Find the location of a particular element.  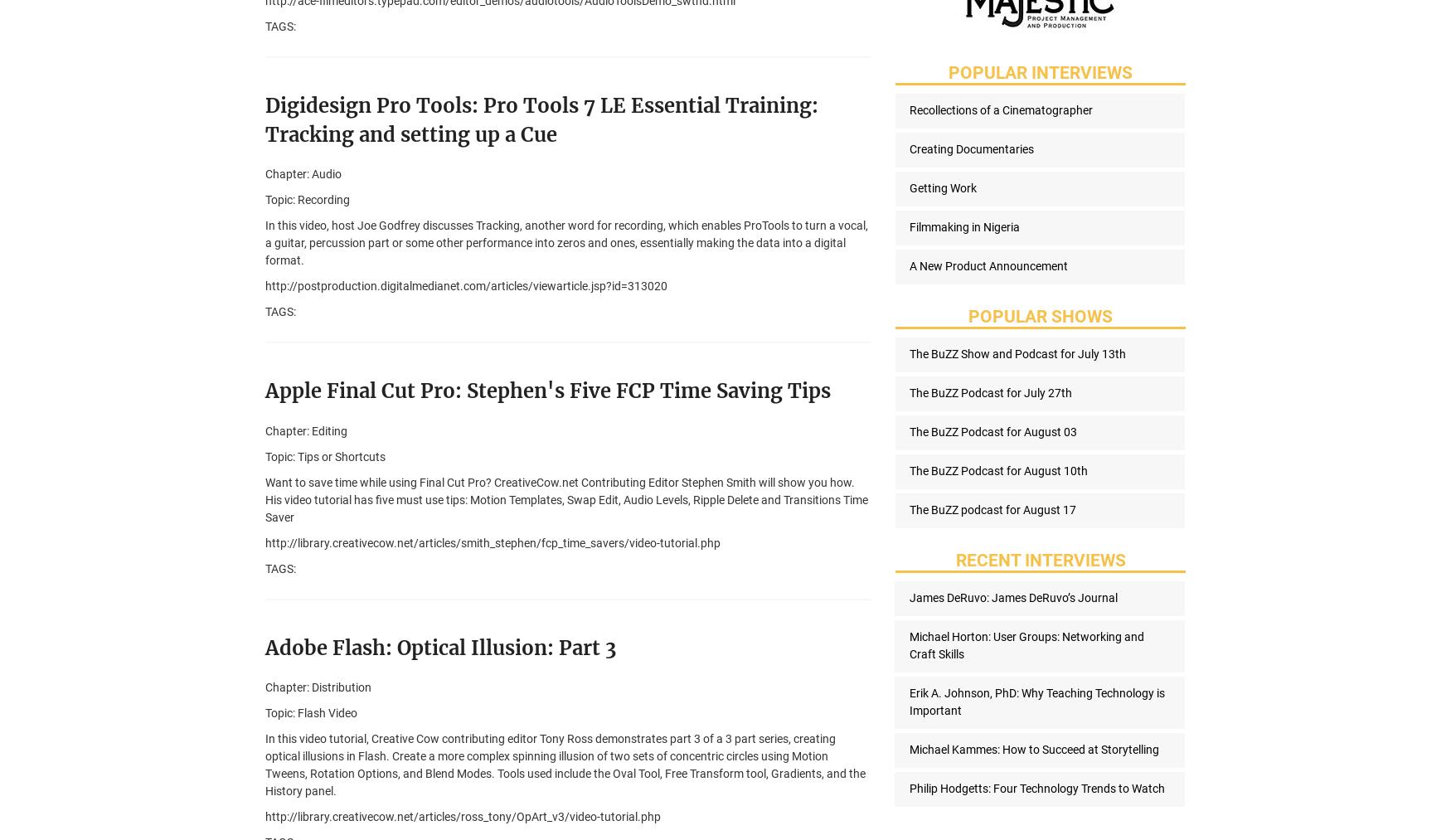

'Apple Final Cut Pro: Stephen's Five FCP Time Saving Tips' is located at coordinates (546, 390).